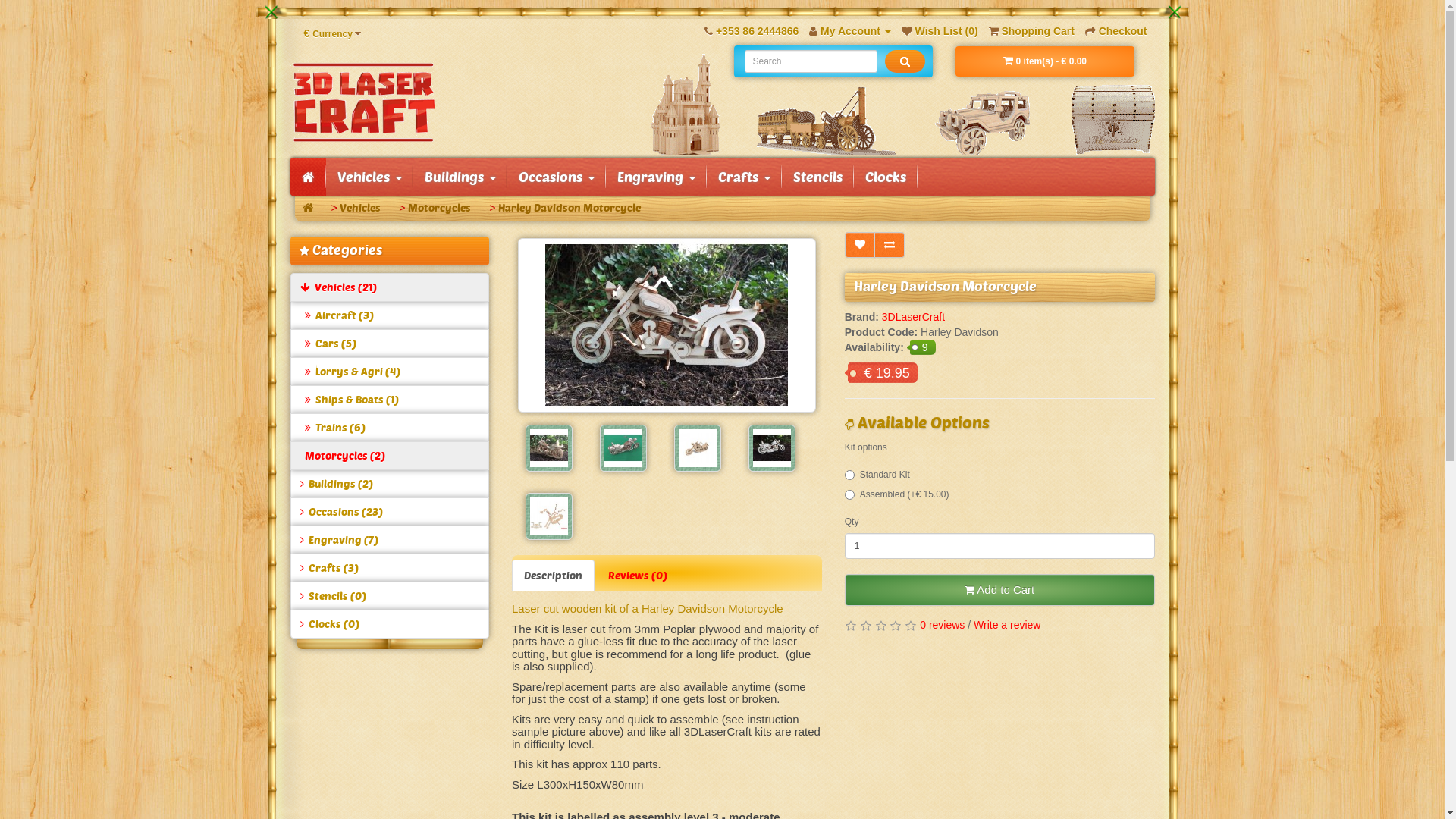 This screenshot has height=819, width=1456. I want to click on '  Buildings (2)', so click(389, 483).